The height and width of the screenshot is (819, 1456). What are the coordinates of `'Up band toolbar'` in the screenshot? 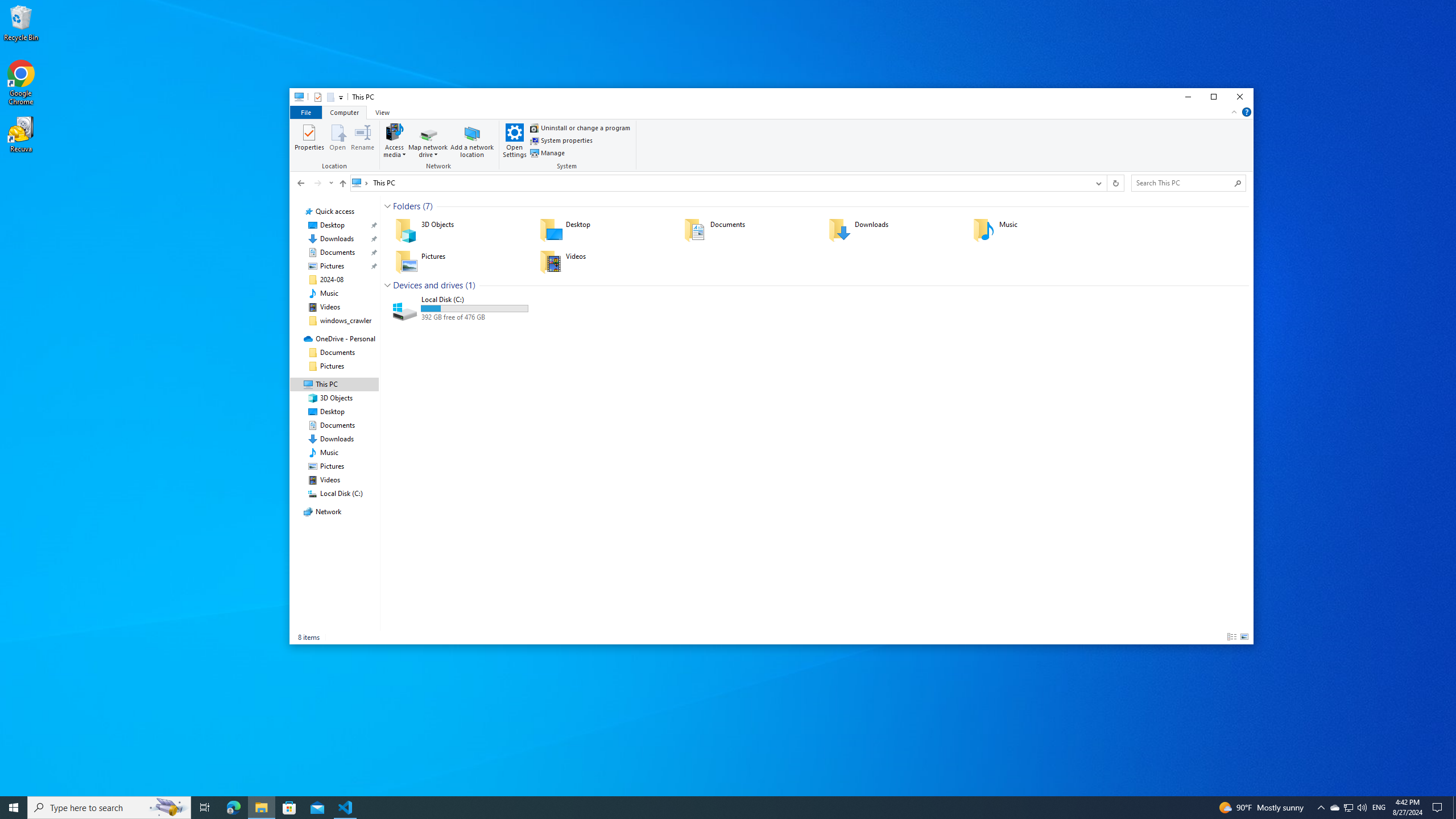 It's located at (342, 185).